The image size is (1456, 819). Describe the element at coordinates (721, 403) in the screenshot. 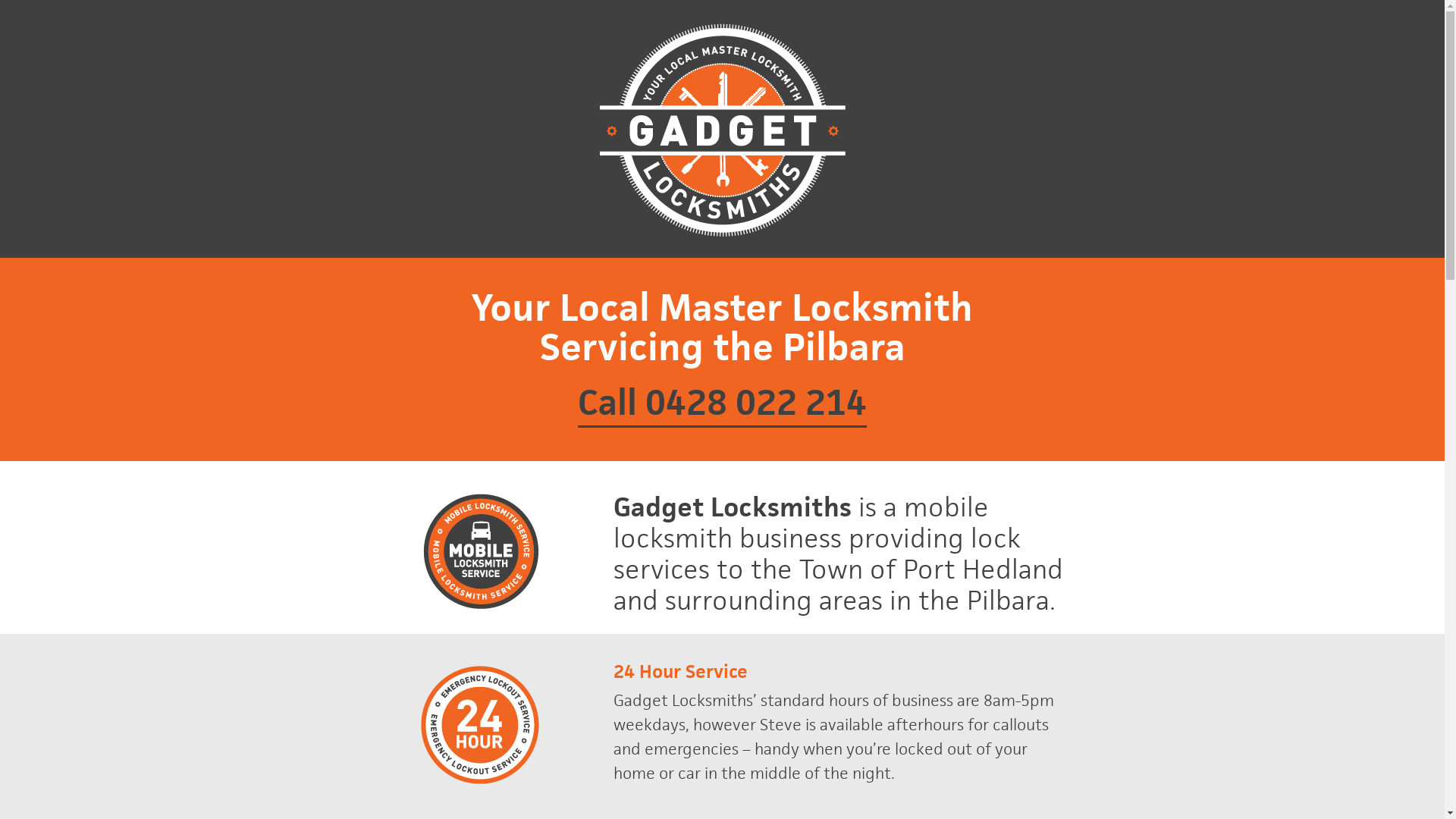

I see `'Call 0428 022 214'` at that location.